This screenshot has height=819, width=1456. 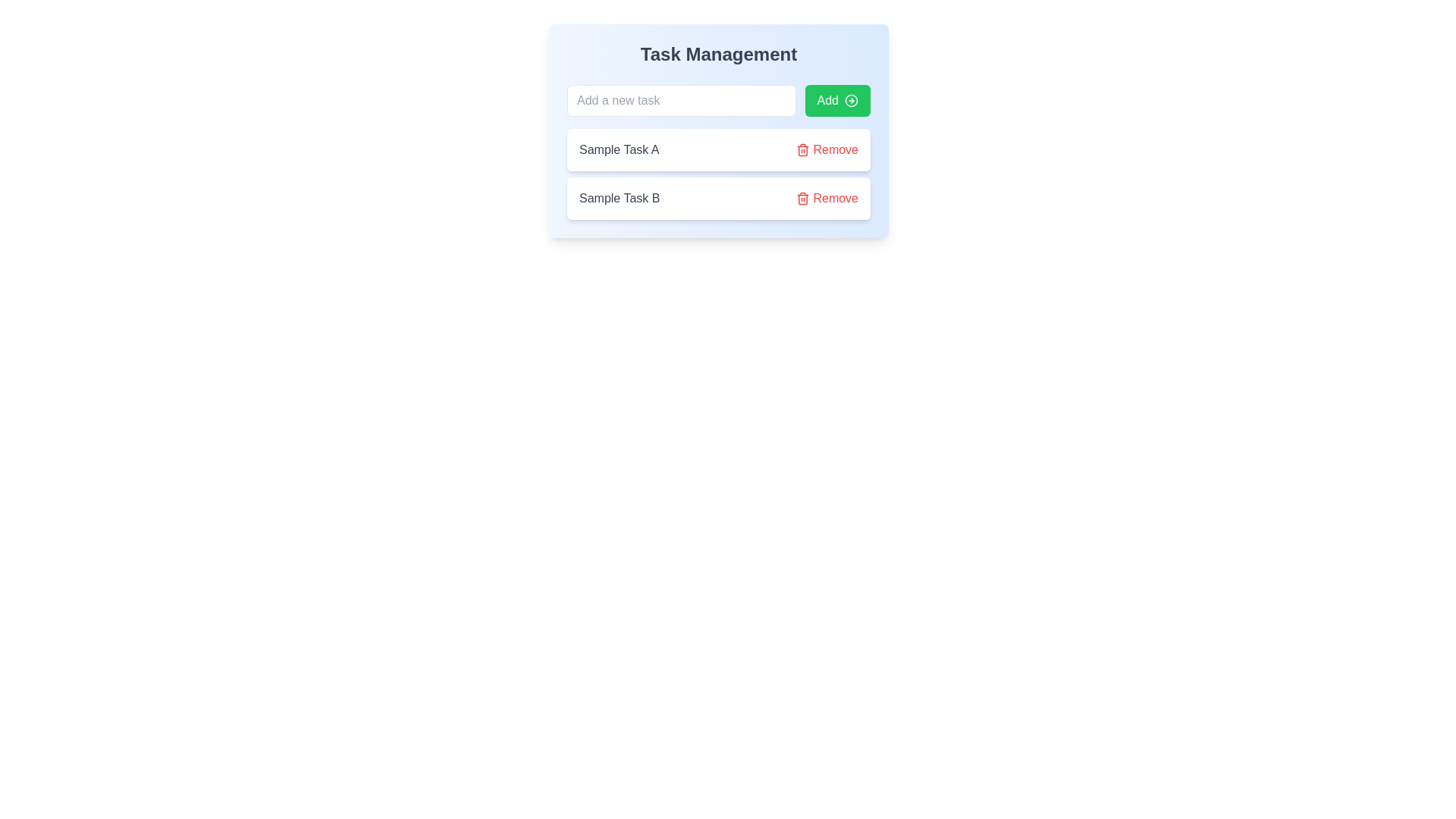 What do you see at coordinates (852, 100) in the screenshot?
I see `the 'Add' icon located inside the button` at bounding box center [852, 100].